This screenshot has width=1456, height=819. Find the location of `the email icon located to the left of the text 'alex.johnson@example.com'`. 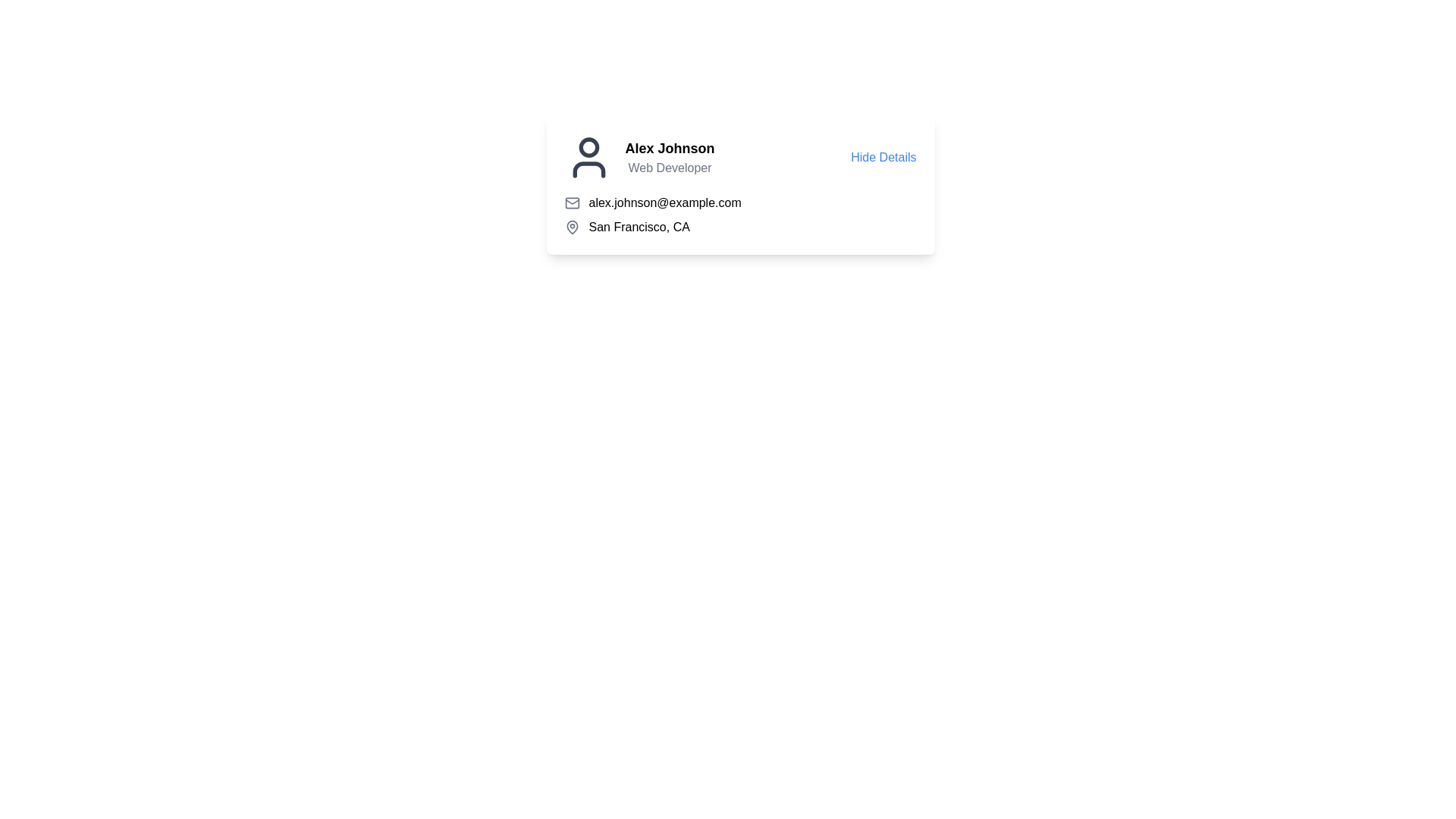

the email icon located to the left of the text 'alex.johnson@example.com' is located at coordinates (571, 201).